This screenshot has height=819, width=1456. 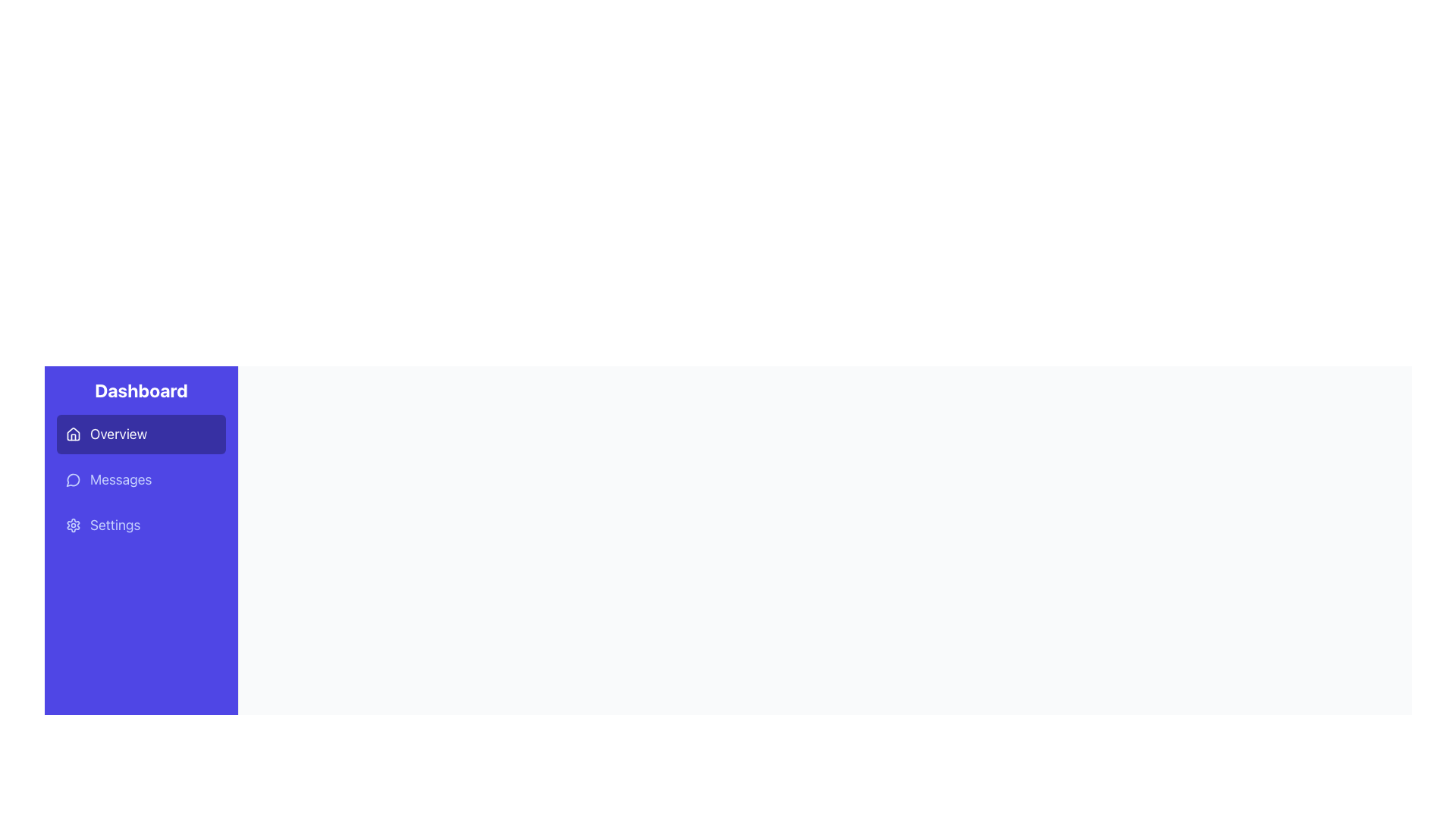 I want to click on the house-shaped icon located in the topmost menu option of the 'Overview' section in the vertical navigation bar, so click(x=72, y=433).